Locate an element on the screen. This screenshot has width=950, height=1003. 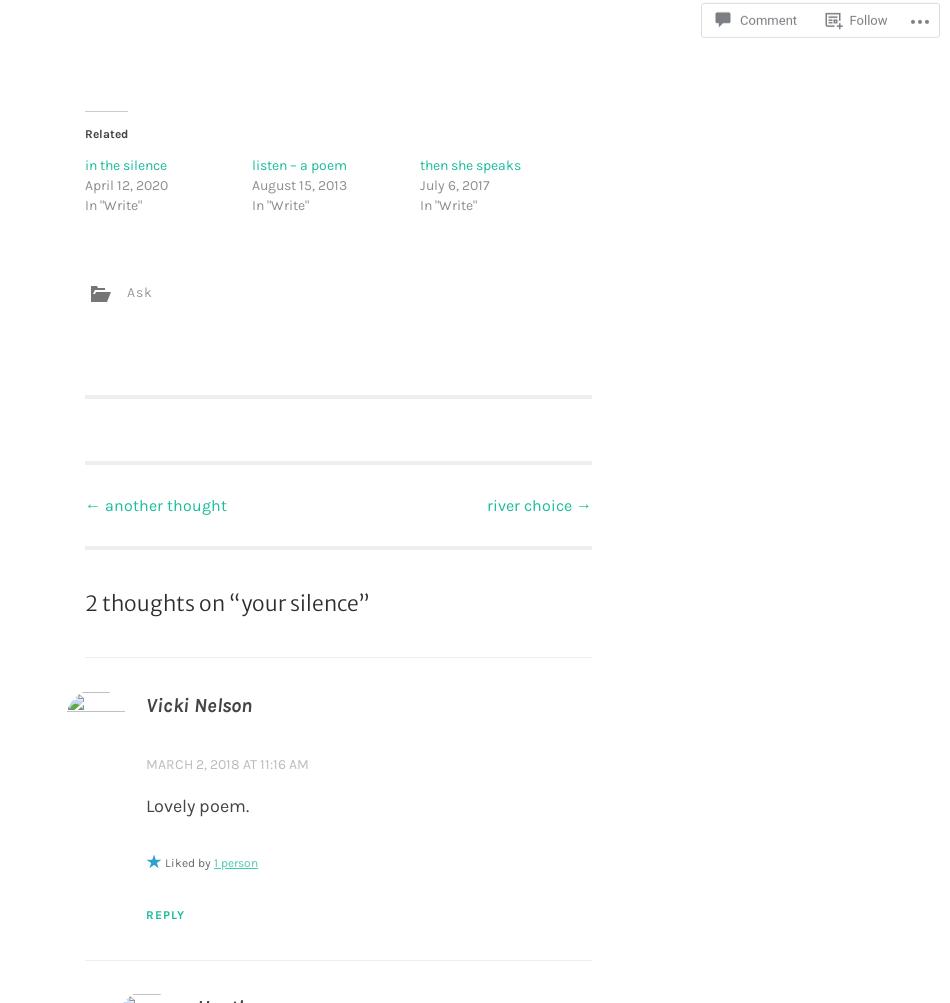
'Ask' is located at coordinates (140, 292).